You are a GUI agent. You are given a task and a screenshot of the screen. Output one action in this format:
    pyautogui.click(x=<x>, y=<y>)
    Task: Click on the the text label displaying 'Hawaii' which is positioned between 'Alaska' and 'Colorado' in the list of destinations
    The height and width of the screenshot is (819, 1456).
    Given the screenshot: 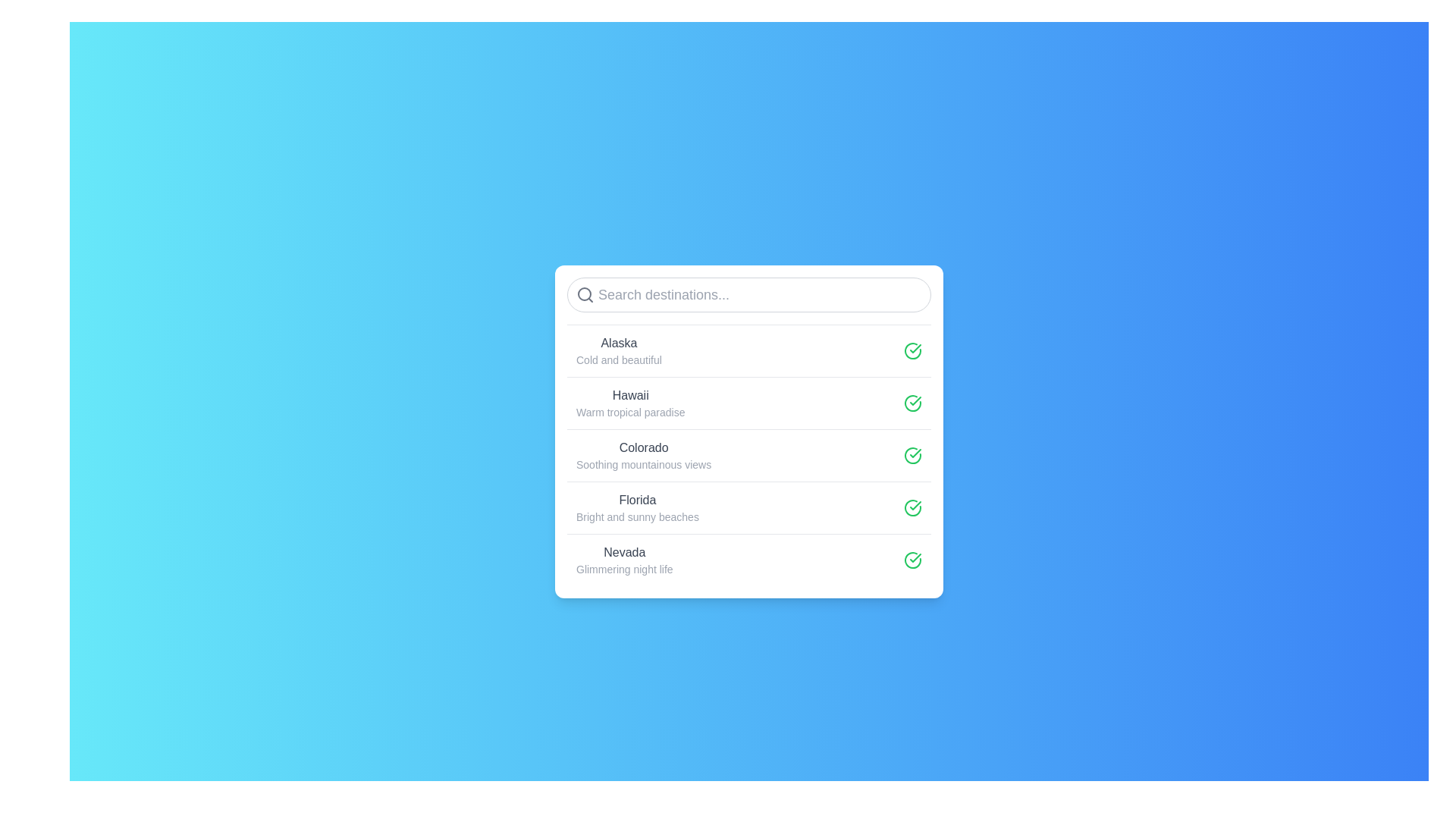 What is the action you would take?
    pyautogui.click(x=630, y=394)
    